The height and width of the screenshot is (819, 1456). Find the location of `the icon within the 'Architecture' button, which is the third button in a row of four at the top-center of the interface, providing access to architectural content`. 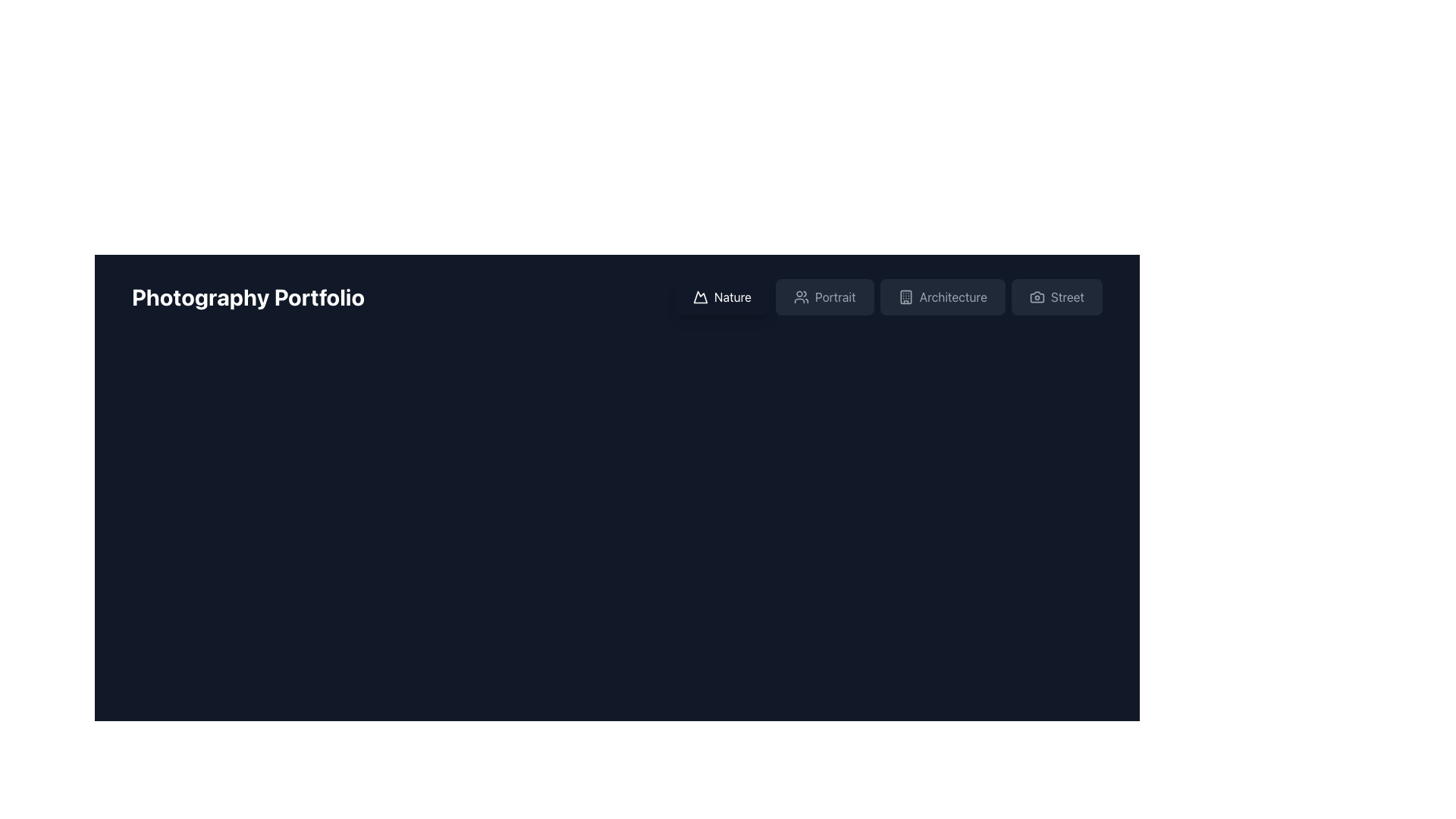

the icon within the 'Architecture' button, which is the third button in a row of four at the top-center of the interface, providing access to architectural content is located at coordinates (905, 297).